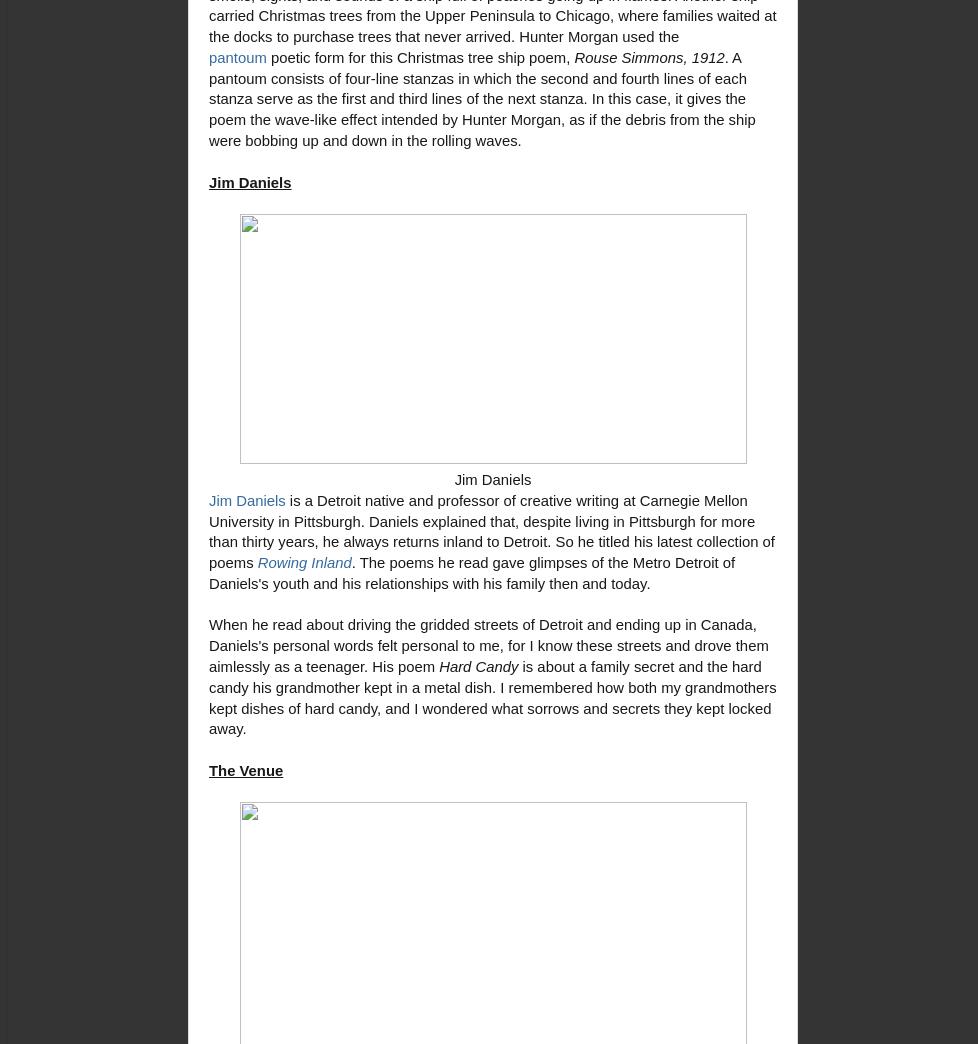  Describe the element at coordinates (302, 562) in the screenshot. I see `'Rowing Inland'` at that location.